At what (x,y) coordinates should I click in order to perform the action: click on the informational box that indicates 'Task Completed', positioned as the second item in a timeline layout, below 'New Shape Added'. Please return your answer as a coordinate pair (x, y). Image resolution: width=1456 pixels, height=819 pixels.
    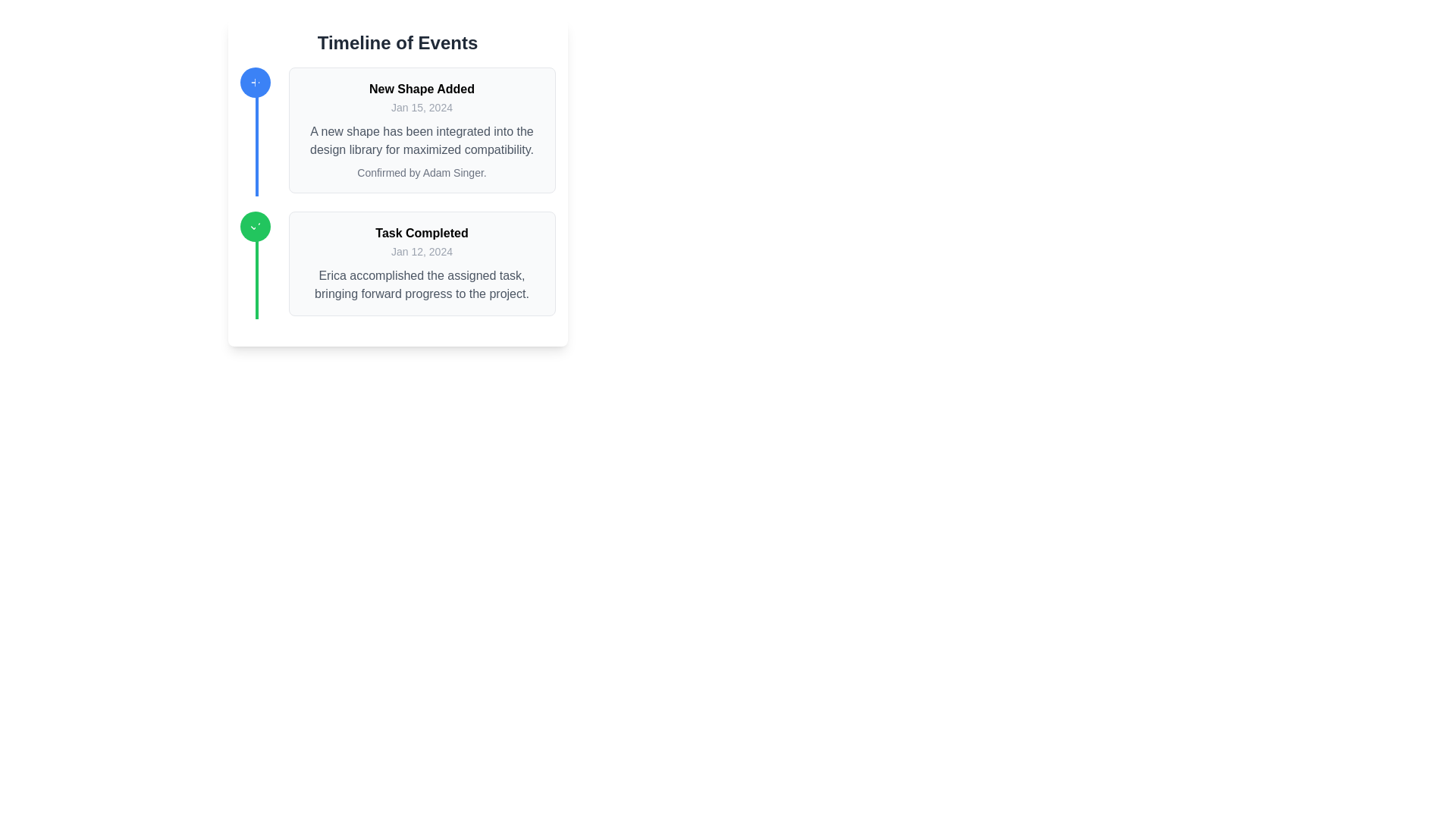
    Looking at the image, I should click on (422, 262).